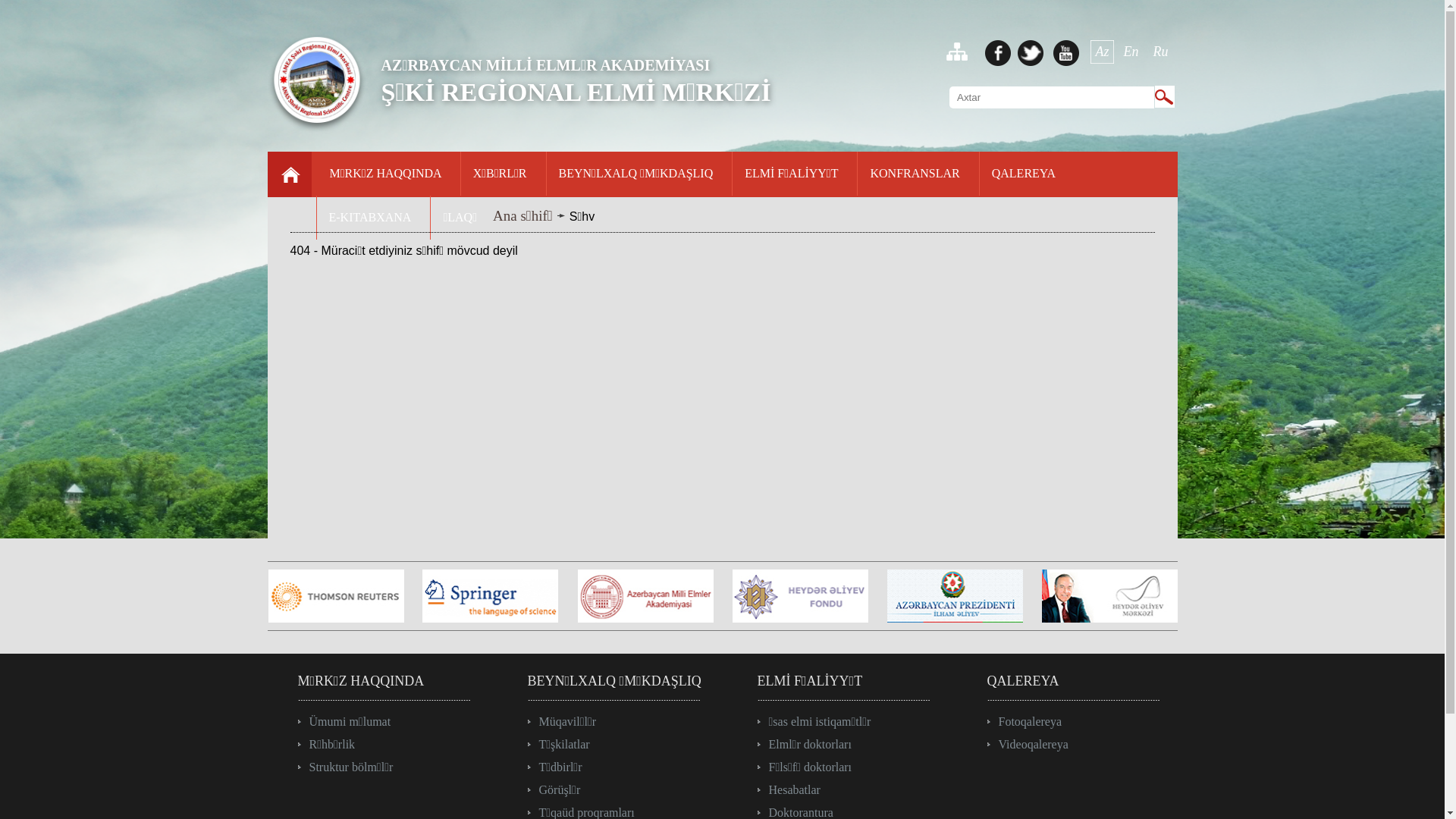 This screenshot has height=819, width=1456. Describe the element at coordinates (1117, 51) in the screenshot. I see `'En'` at that location.